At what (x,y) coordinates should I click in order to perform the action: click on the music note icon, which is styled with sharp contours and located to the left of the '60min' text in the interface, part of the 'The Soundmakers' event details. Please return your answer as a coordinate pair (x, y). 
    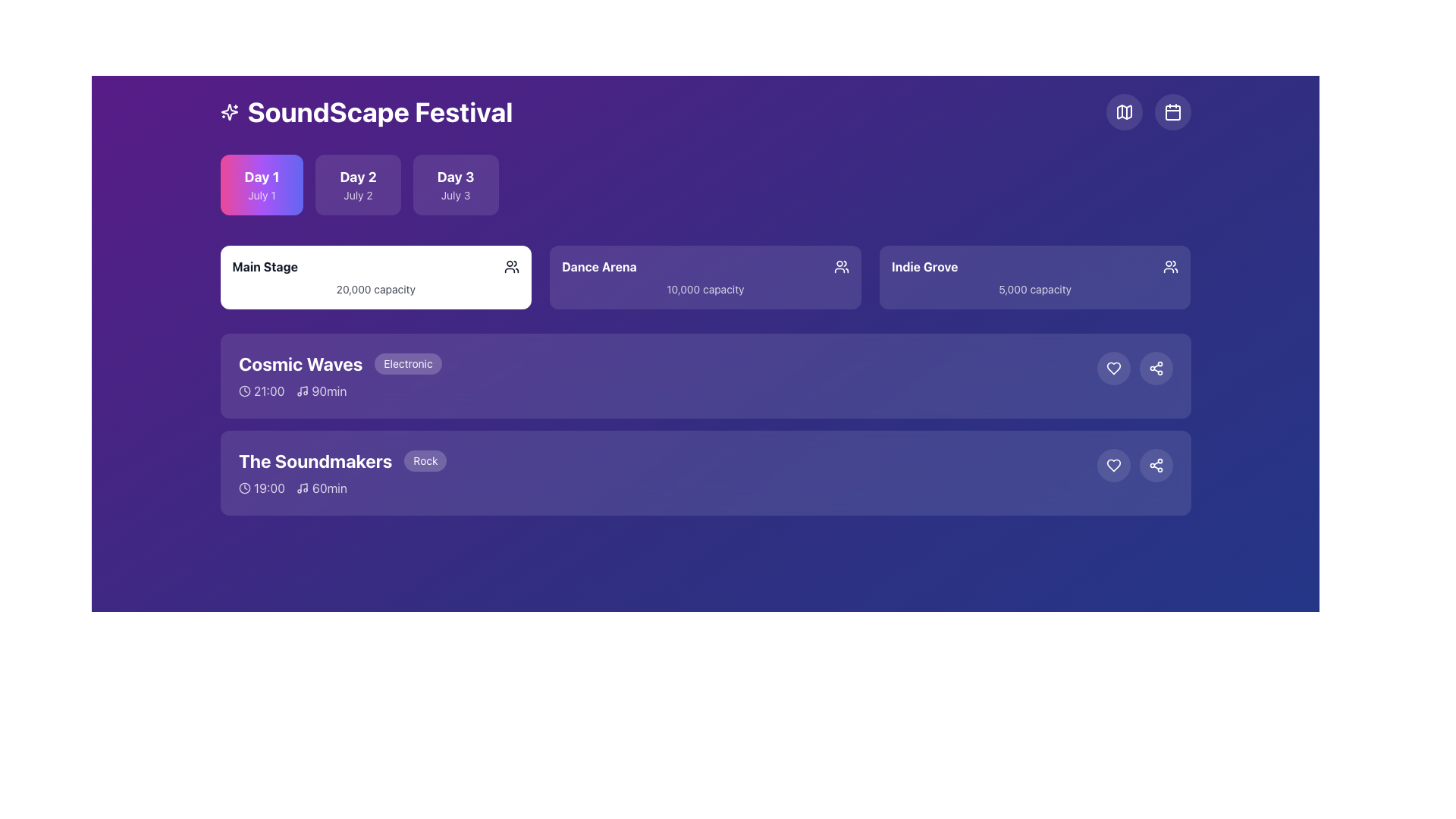
    Looking at the image, I should click on (303, 488).